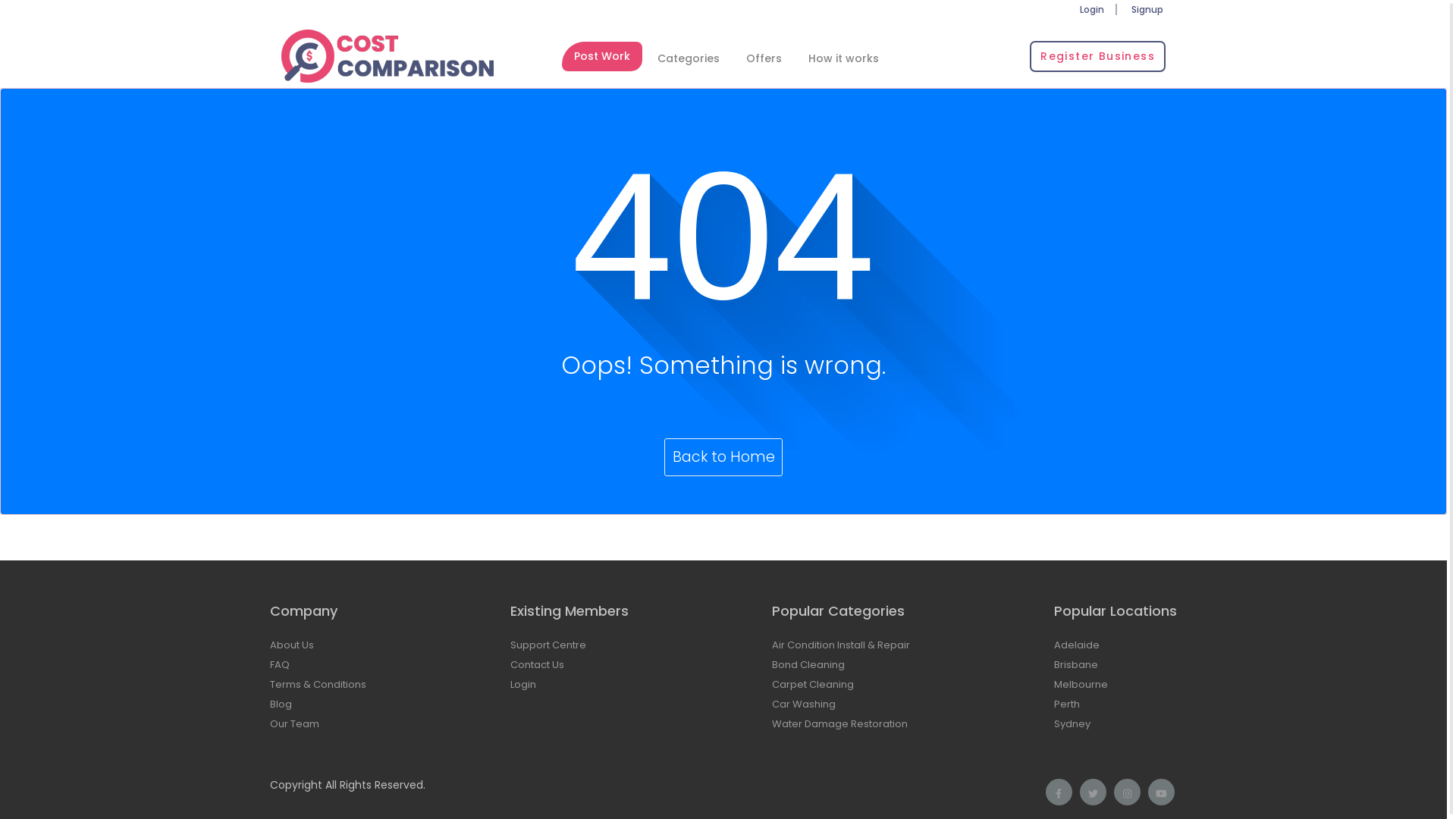 Image resolution: width=1456 pixels, height=819 pixels. Describe the element at coordinates (1147, 9) in the screenshot. I see `'Signup'` at that location.